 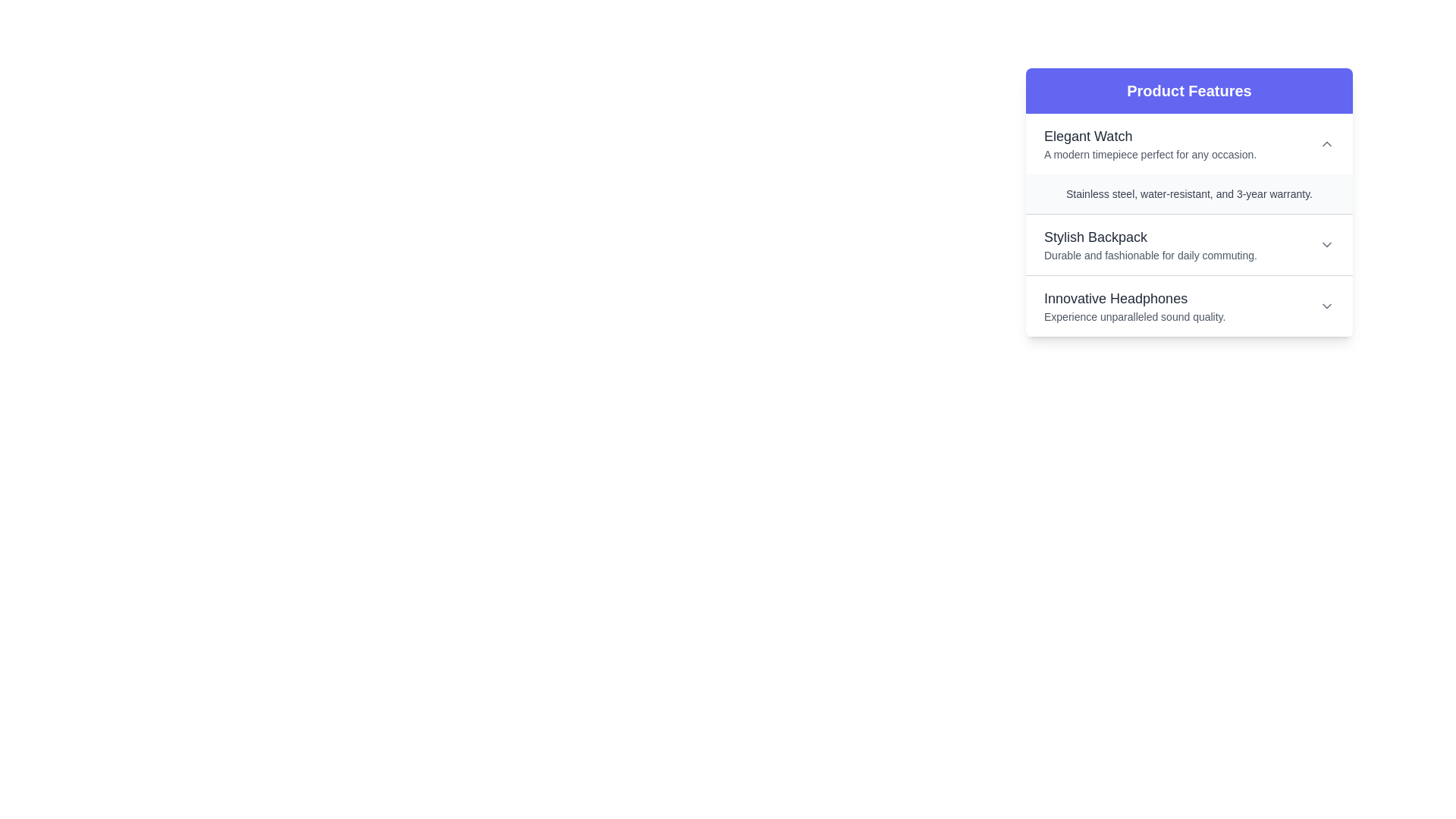 What do you see at coordinates (1134, 306) in the screenshot?
I see `the text display component featuring 'Innovative Headphones' and 'Experience unparalleled sound quality.' which is located in the 'Product Features' section, specifically the third item in the listing` at bounding box center [1134, 306].